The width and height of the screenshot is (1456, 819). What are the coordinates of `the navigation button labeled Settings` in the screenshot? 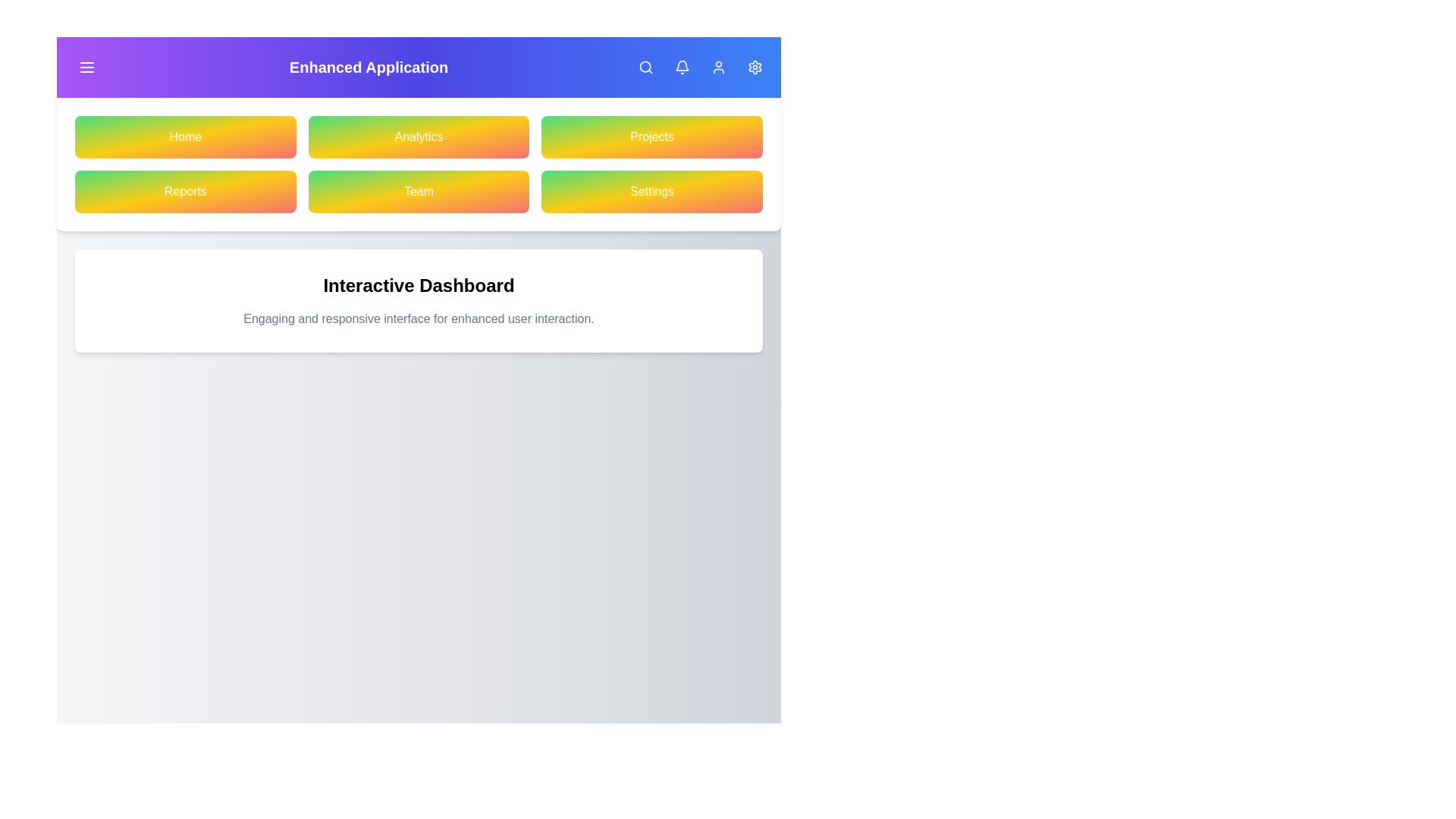 It's located at (652, 191).